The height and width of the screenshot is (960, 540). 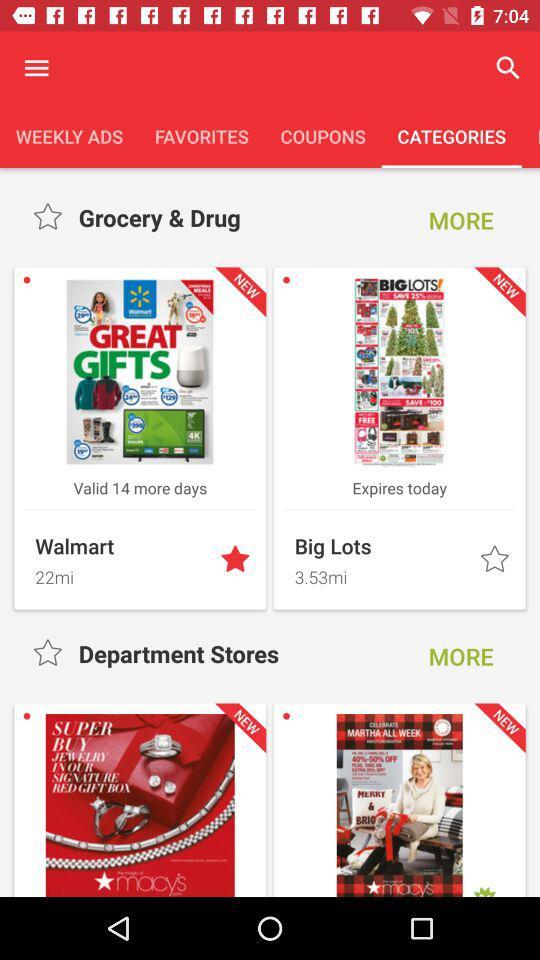 What do you see at coordinates (237, 560) in the screenshot?
I see `mark as favorite` at bounding box center [237, 560].